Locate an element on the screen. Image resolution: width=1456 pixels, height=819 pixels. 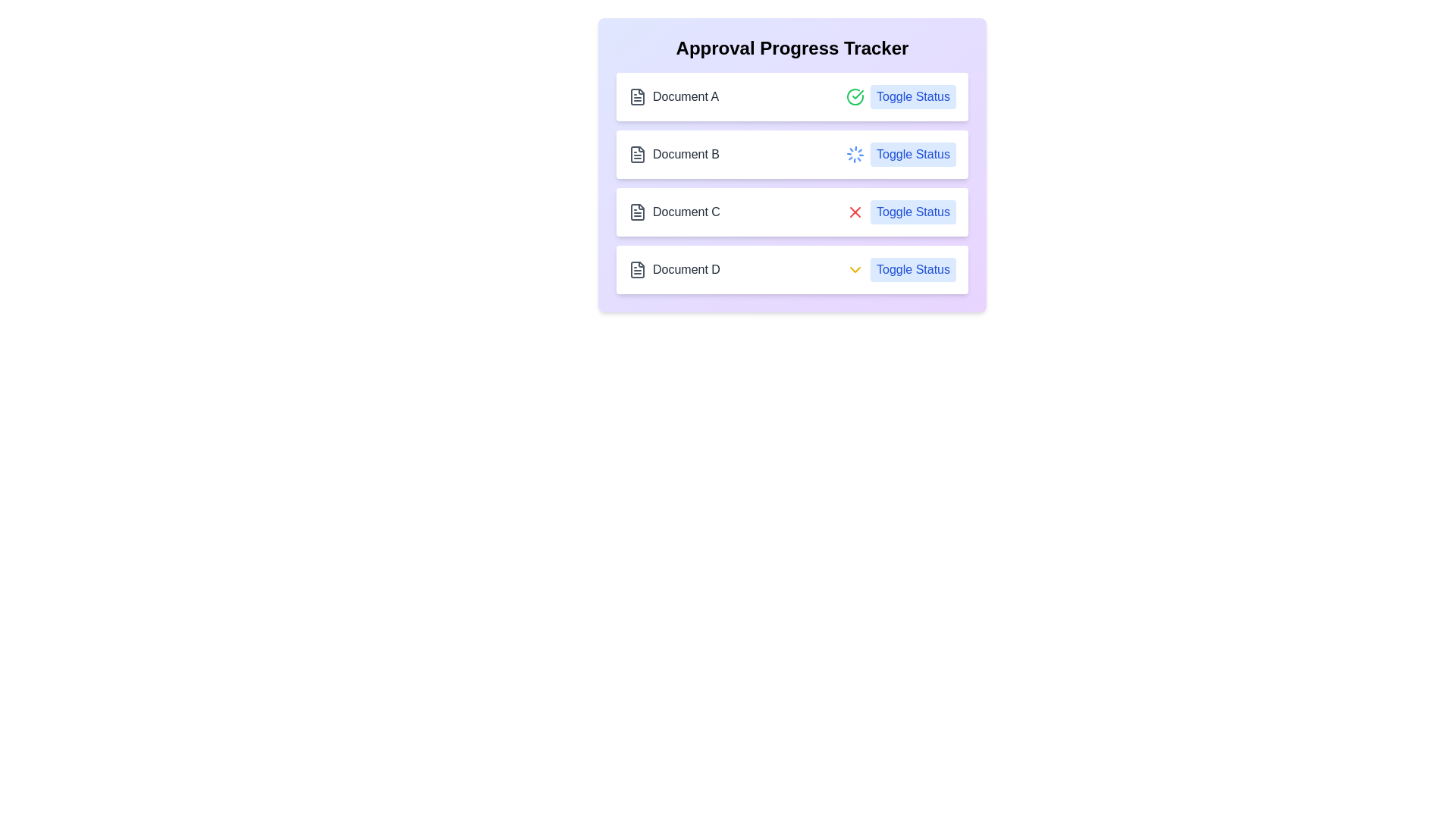
the green checkmark icon within the first item of the 'Approval Progress Tracker' list, located next to 'Document A' is located at coordinates (858, 94).